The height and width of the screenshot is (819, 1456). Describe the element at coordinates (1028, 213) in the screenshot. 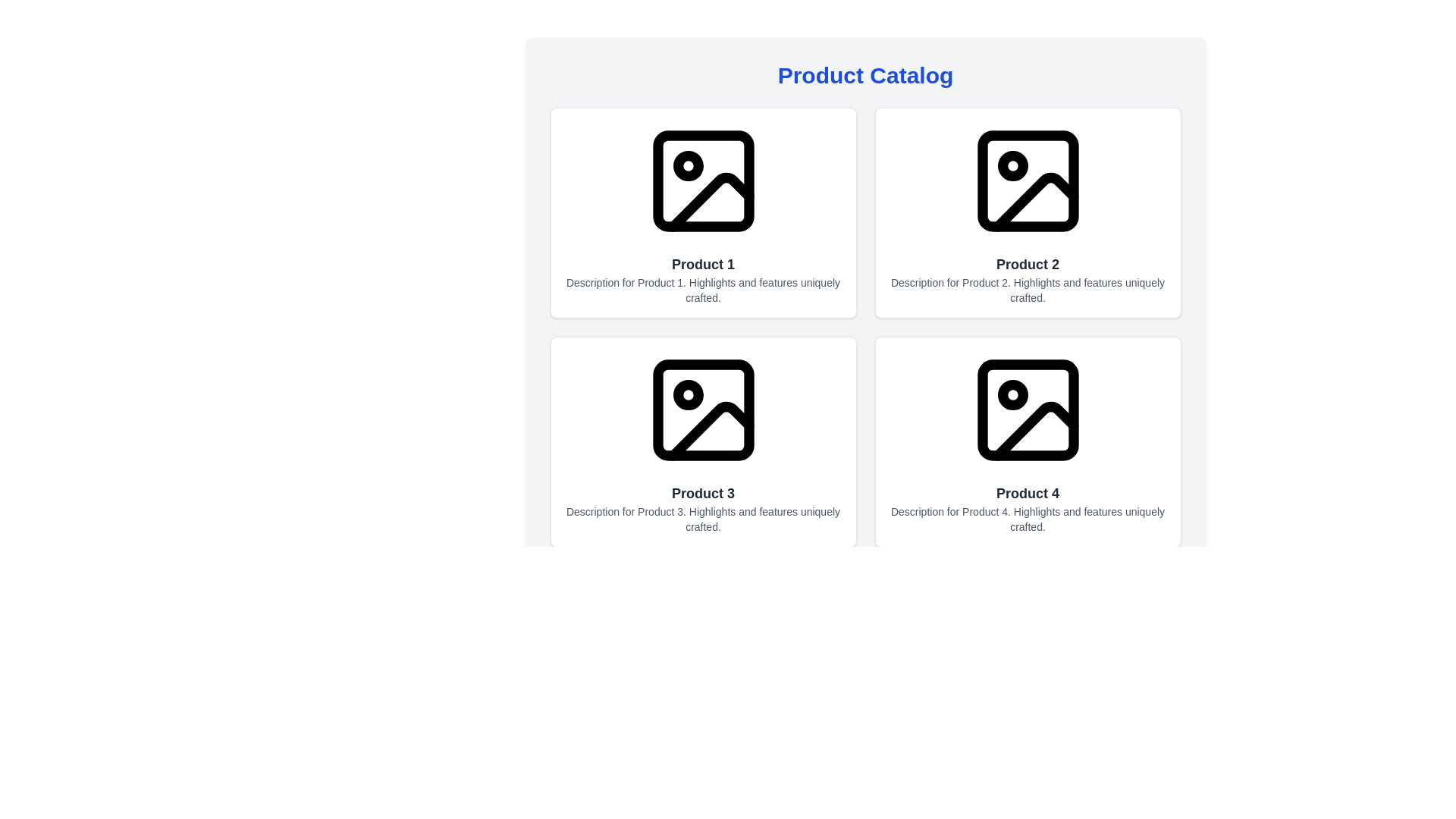

I see `the clickable card presenting information about 'Product 2', located in the second column of the first row of the grid layout` at that location.